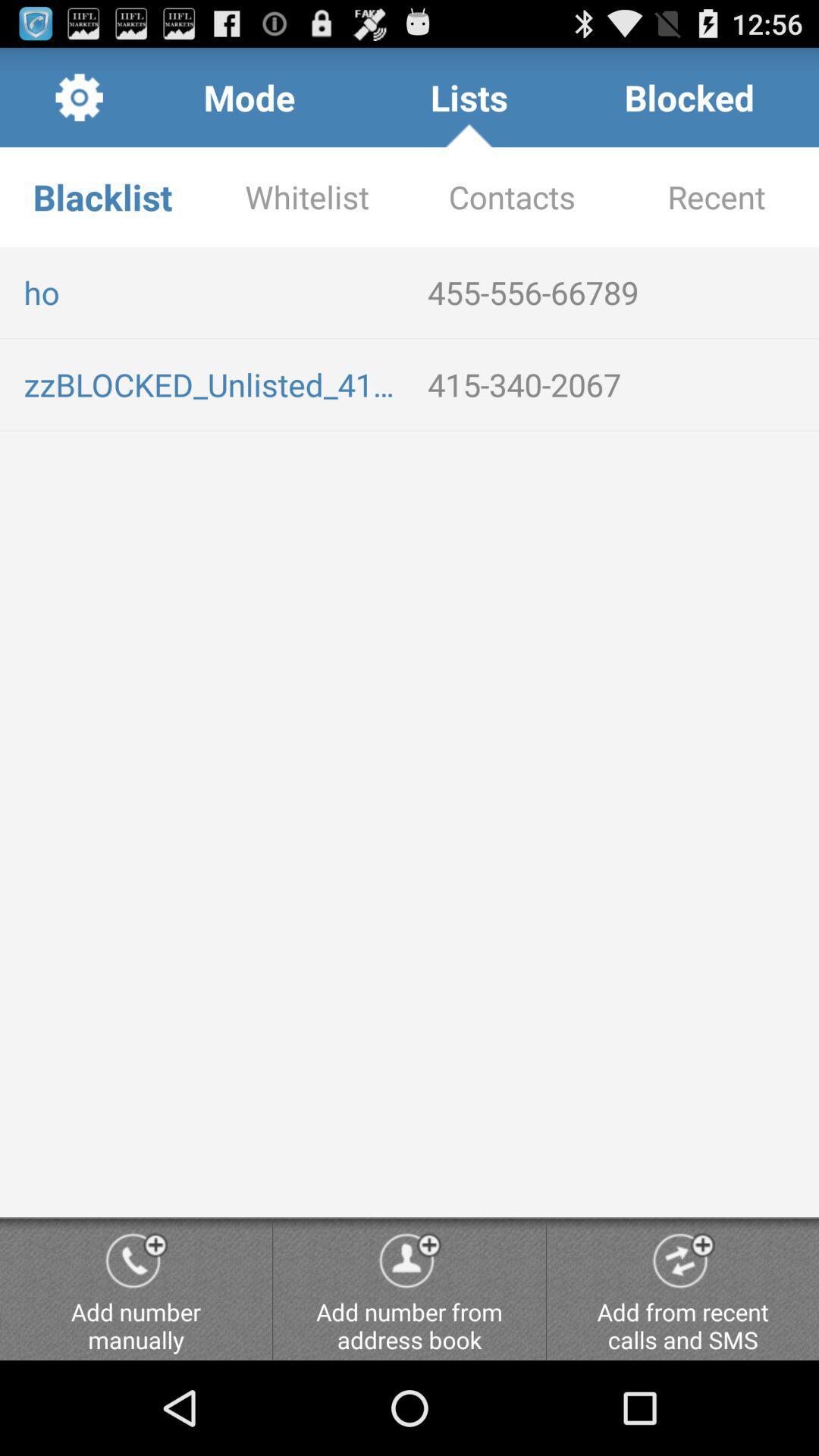 The height and width of the screenshot is (1456, 819). I want to click on the item next to blacklist app, so click(307, 196).